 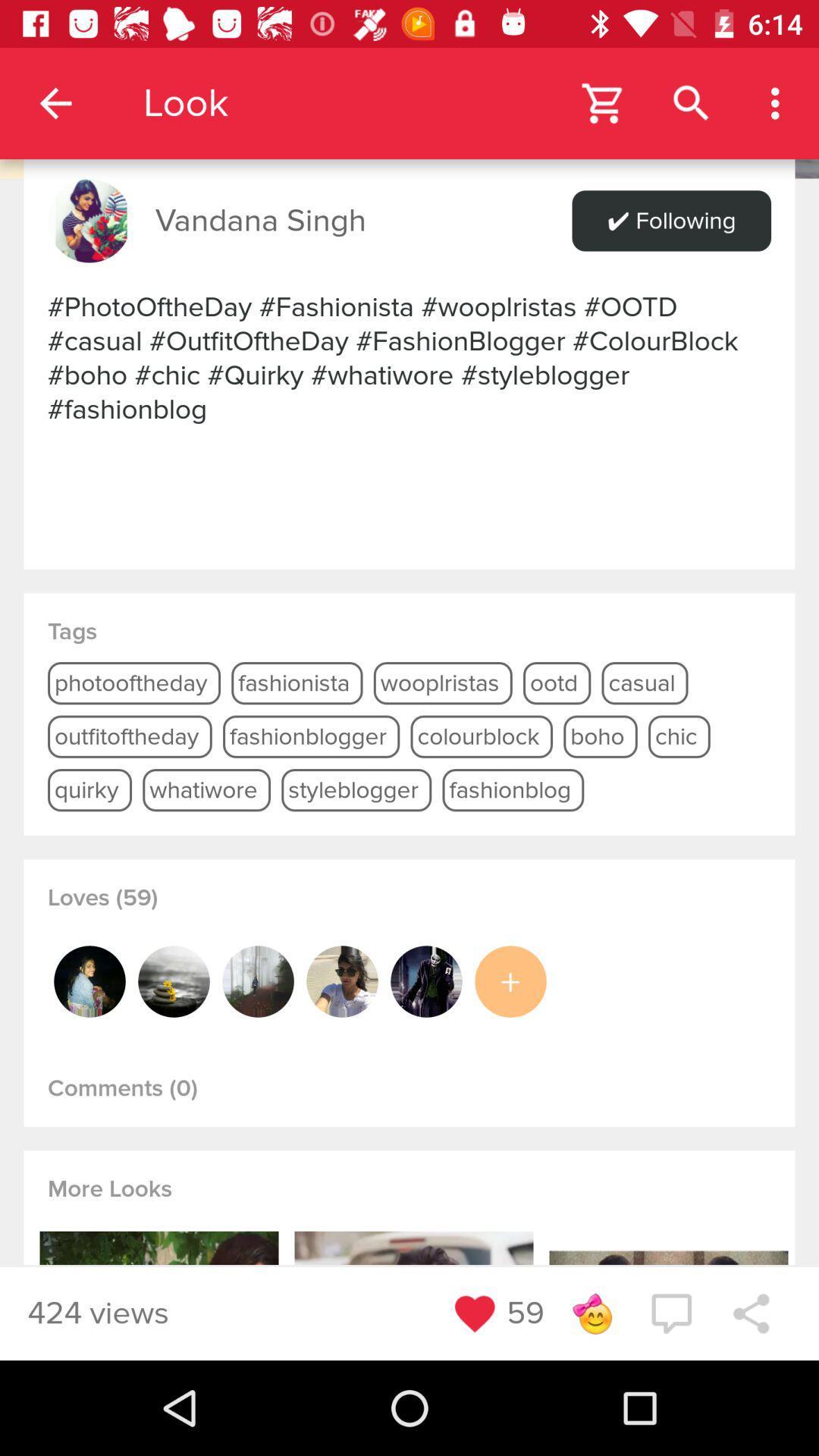 I want to click on share content on social media, so click(x=751, y=1313).